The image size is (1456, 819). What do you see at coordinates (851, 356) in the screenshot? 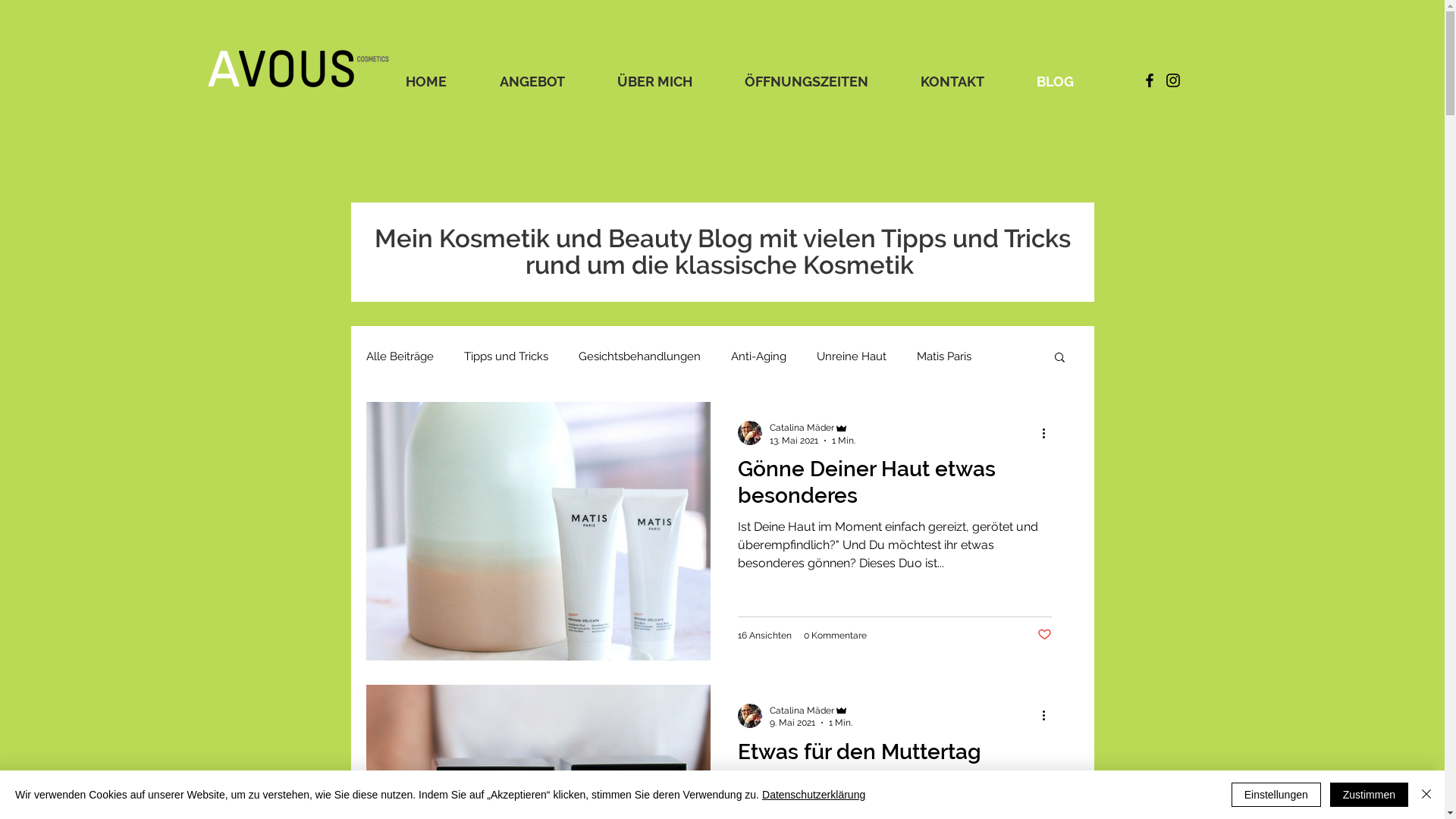
I see `'Unreine Haut'` at bounding box center [851, 356].